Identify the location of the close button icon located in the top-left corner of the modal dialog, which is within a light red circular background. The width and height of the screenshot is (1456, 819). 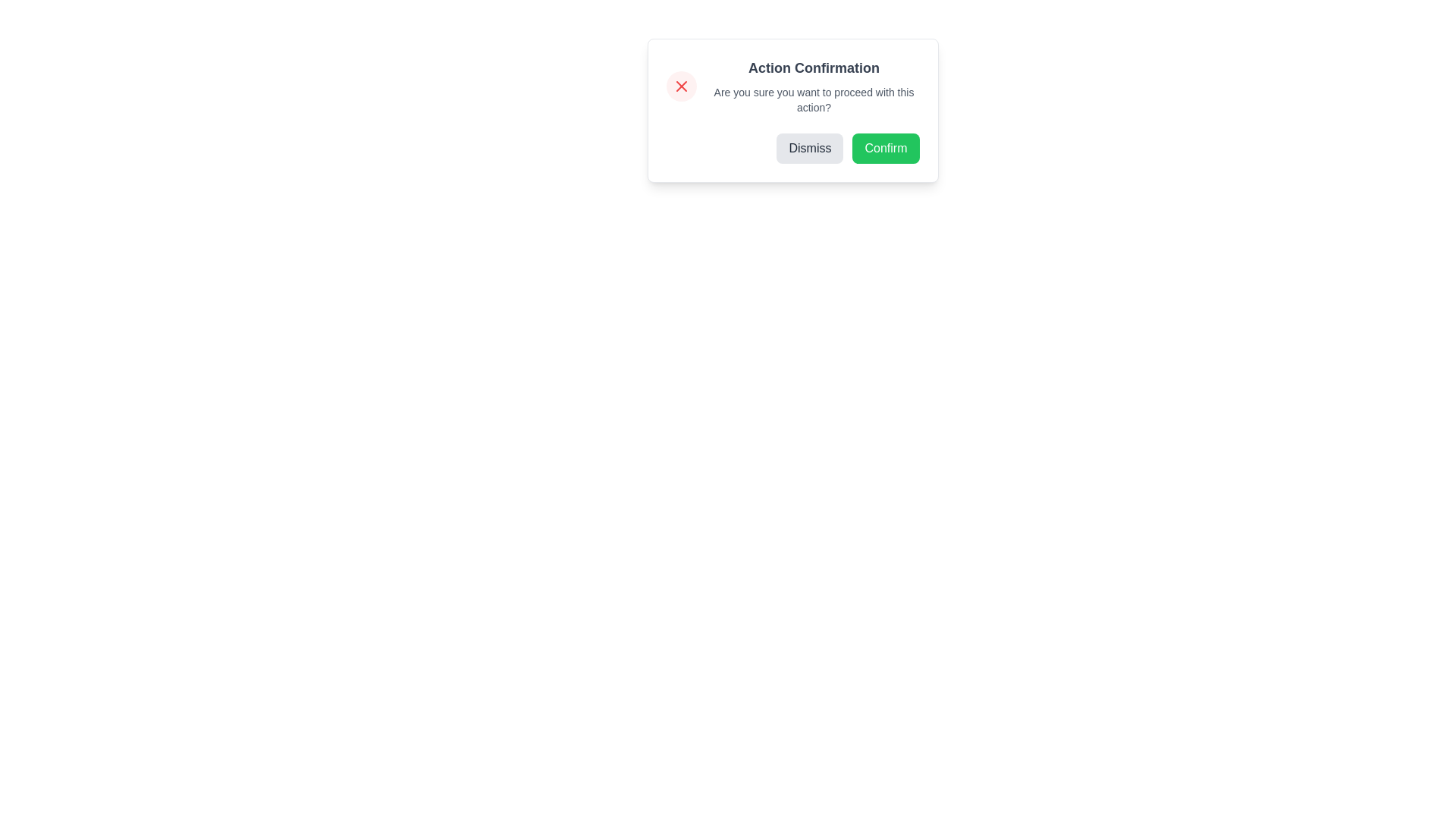
(680, 86).